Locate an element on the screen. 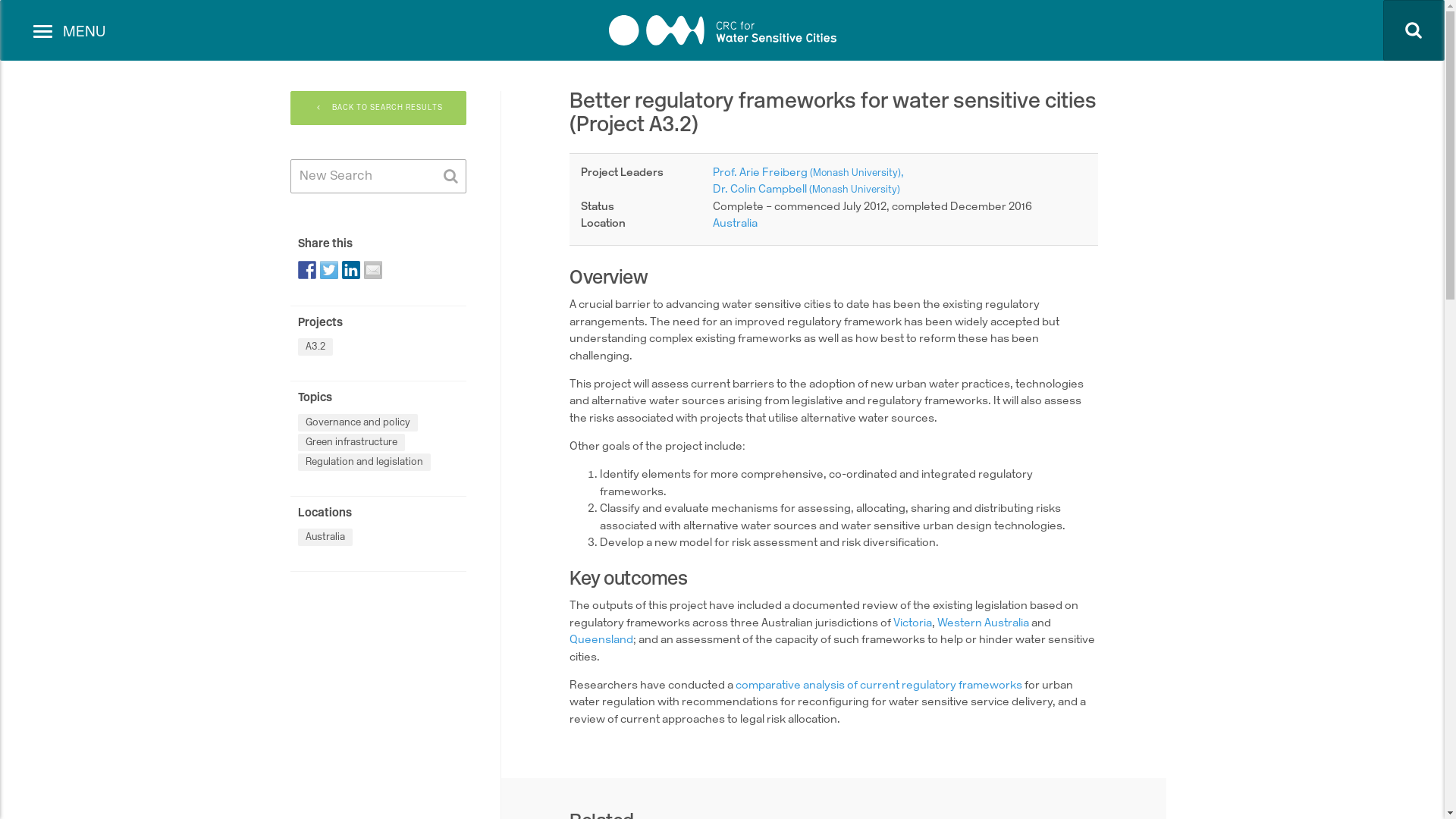  'BACK TO SEARCH RESULTS' is located at coordinates (378, 107).